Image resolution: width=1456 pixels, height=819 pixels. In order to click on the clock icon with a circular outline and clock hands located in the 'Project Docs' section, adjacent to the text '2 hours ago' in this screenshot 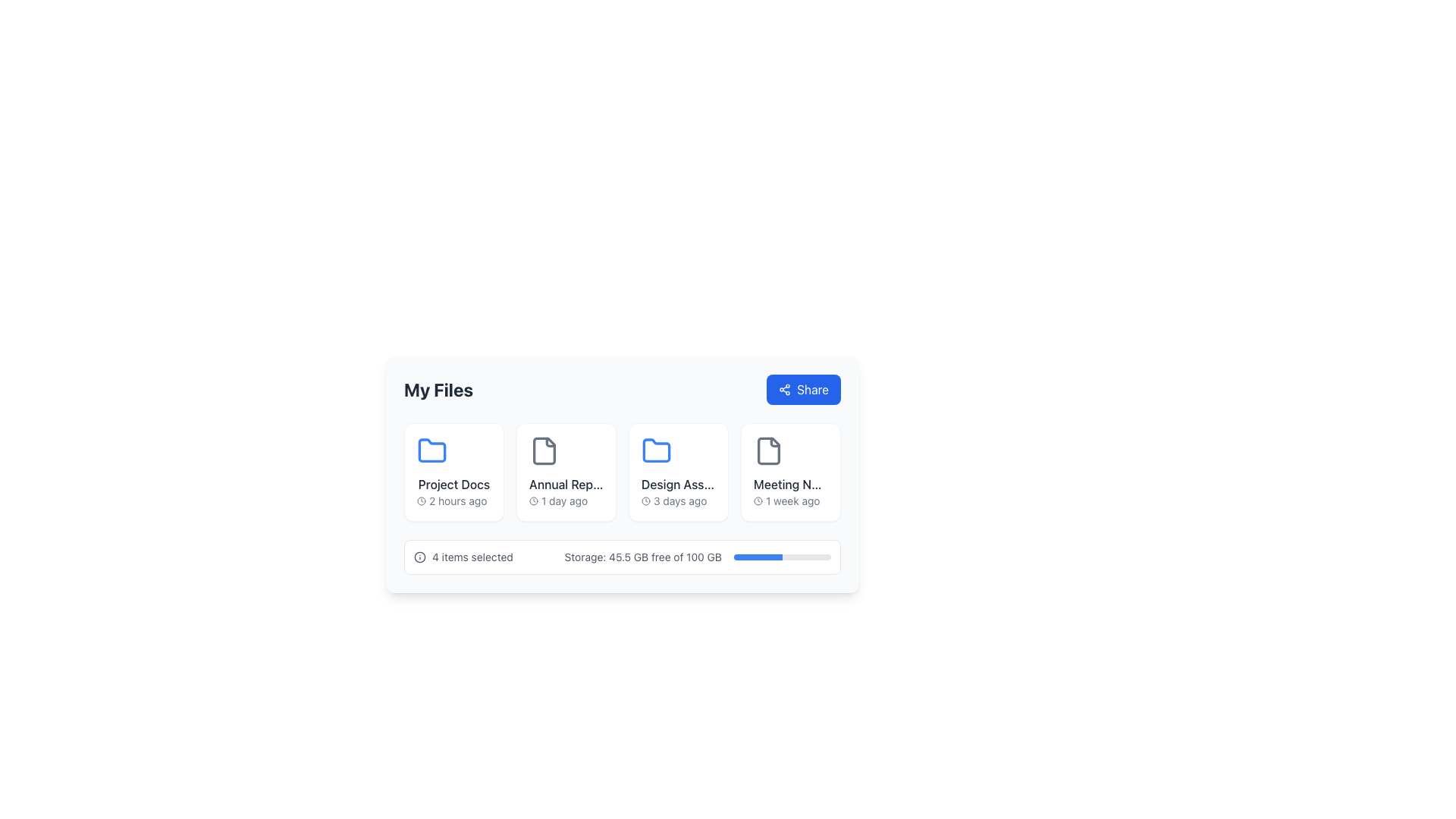, I will do `click(422, 500)`.